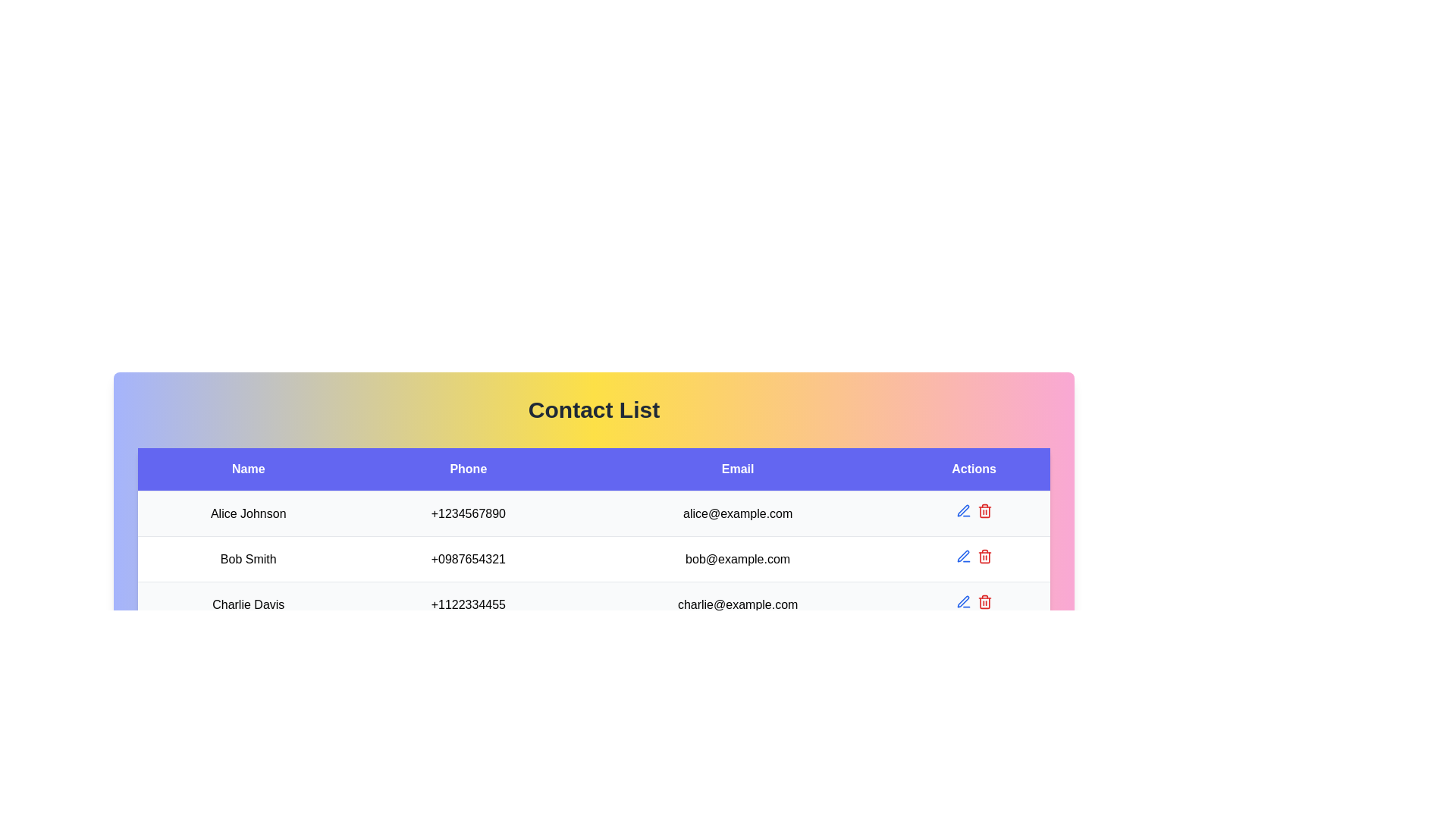 The image size is (1456, 819). I want to click on contact information displayed in the second row of the contact list for 'Bob Smith', so click(593, 559).